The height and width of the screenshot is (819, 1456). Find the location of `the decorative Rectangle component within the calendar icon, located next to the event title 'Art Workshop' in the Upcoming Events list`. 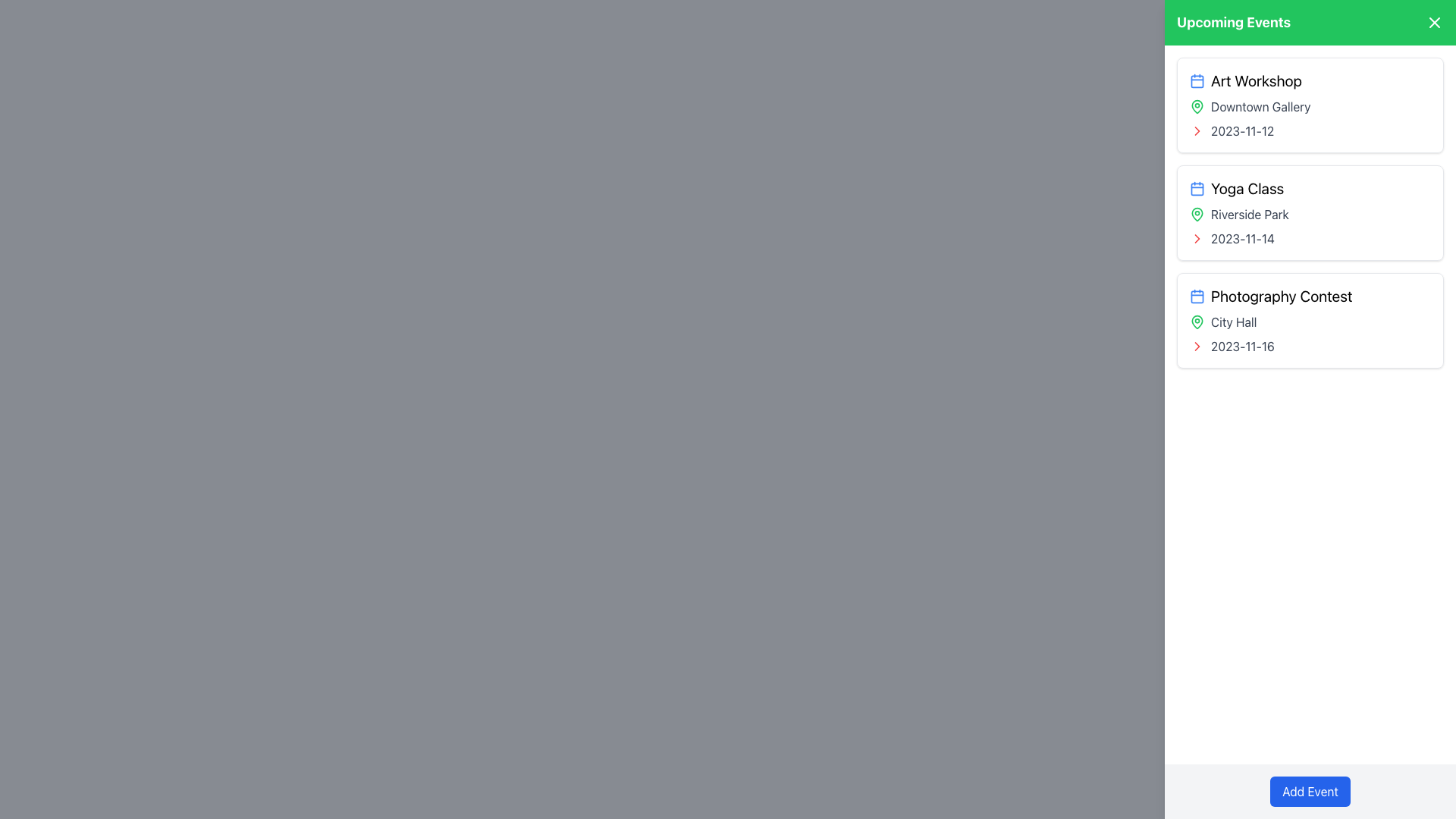

the decorative Rectangle component within the calendar icon, located next to the event title 'Art Workshop' in the Upcoming Events list is located at coordinates (1197, 81).